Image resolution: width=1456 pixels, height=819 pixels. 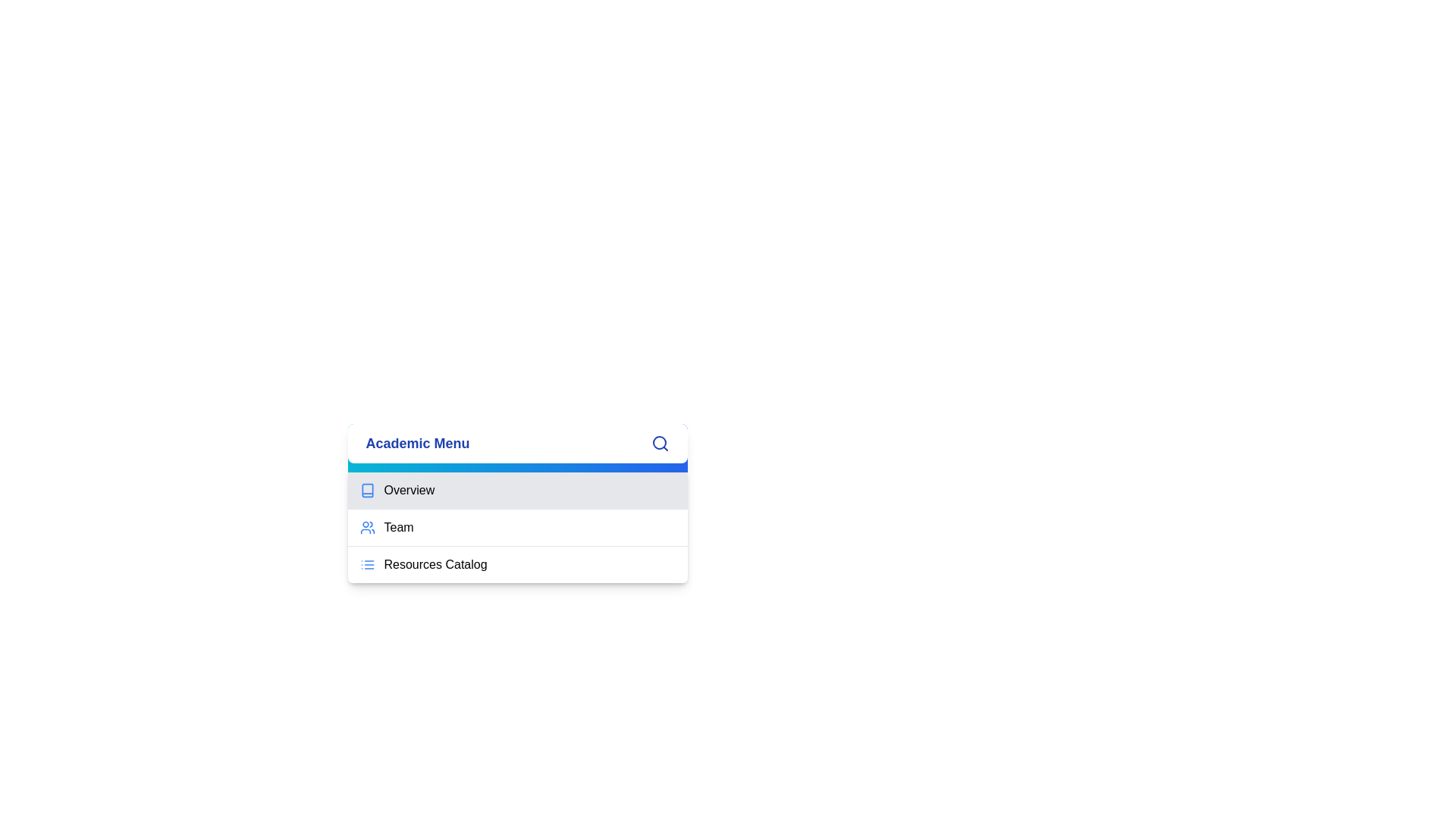 I want to click on the second clickable menu item in the 'Academic Menu' dropdown, which is related to 'Team', so click(x=517, y=519).